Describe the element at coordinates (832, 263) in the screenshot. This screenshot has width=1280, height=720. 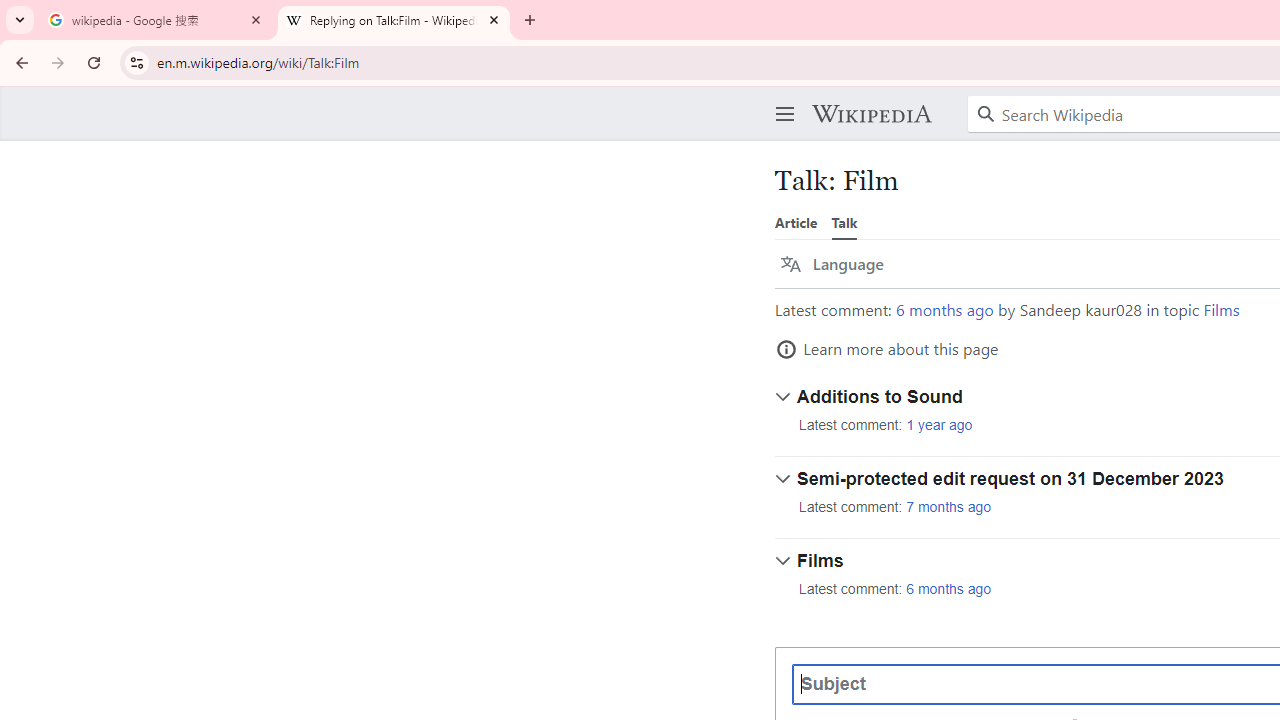
I see `'Language'` at that location.